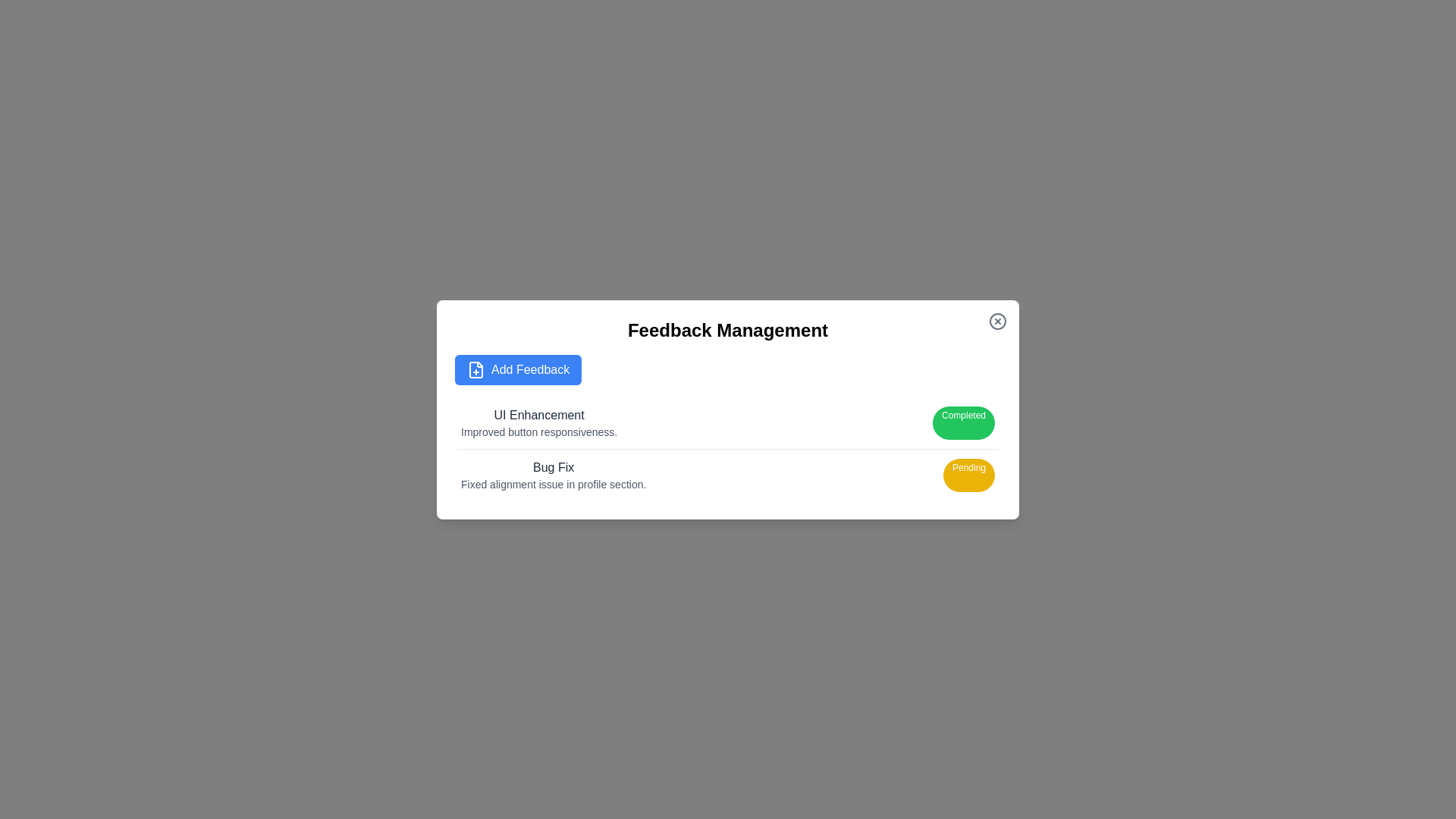 The width and height of the screenshot is (1456, 819). Describe the element at coordinates (553, 466) in the screenshot. I see `the static text label reading 'Bug Fix' which is styled in medium font weight and gray color, positioned above a smaller descriptive text about the bug fix` at that location.